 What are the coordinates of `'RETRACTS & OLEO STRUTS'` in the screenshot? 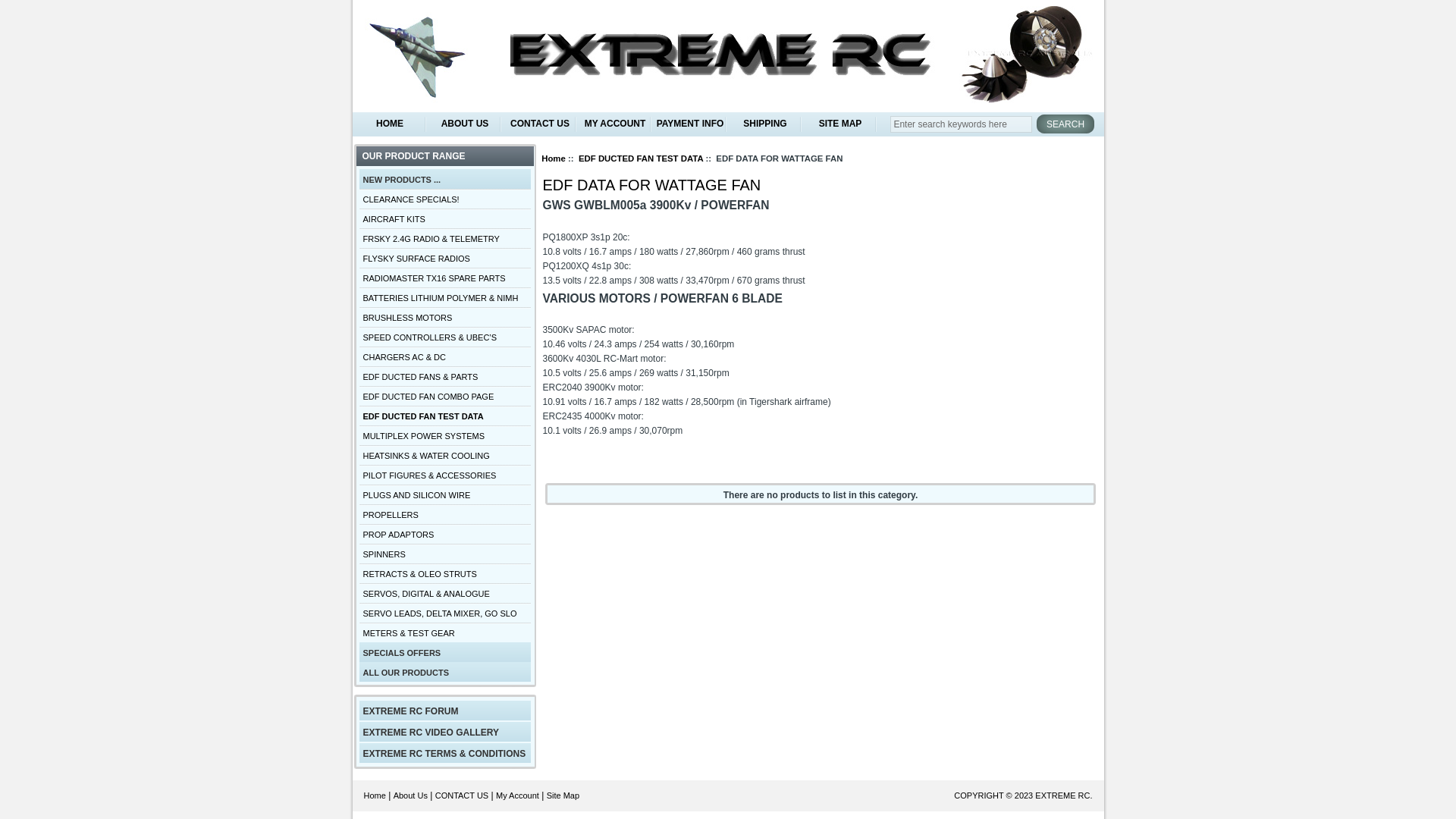 It's located at (444, 573).